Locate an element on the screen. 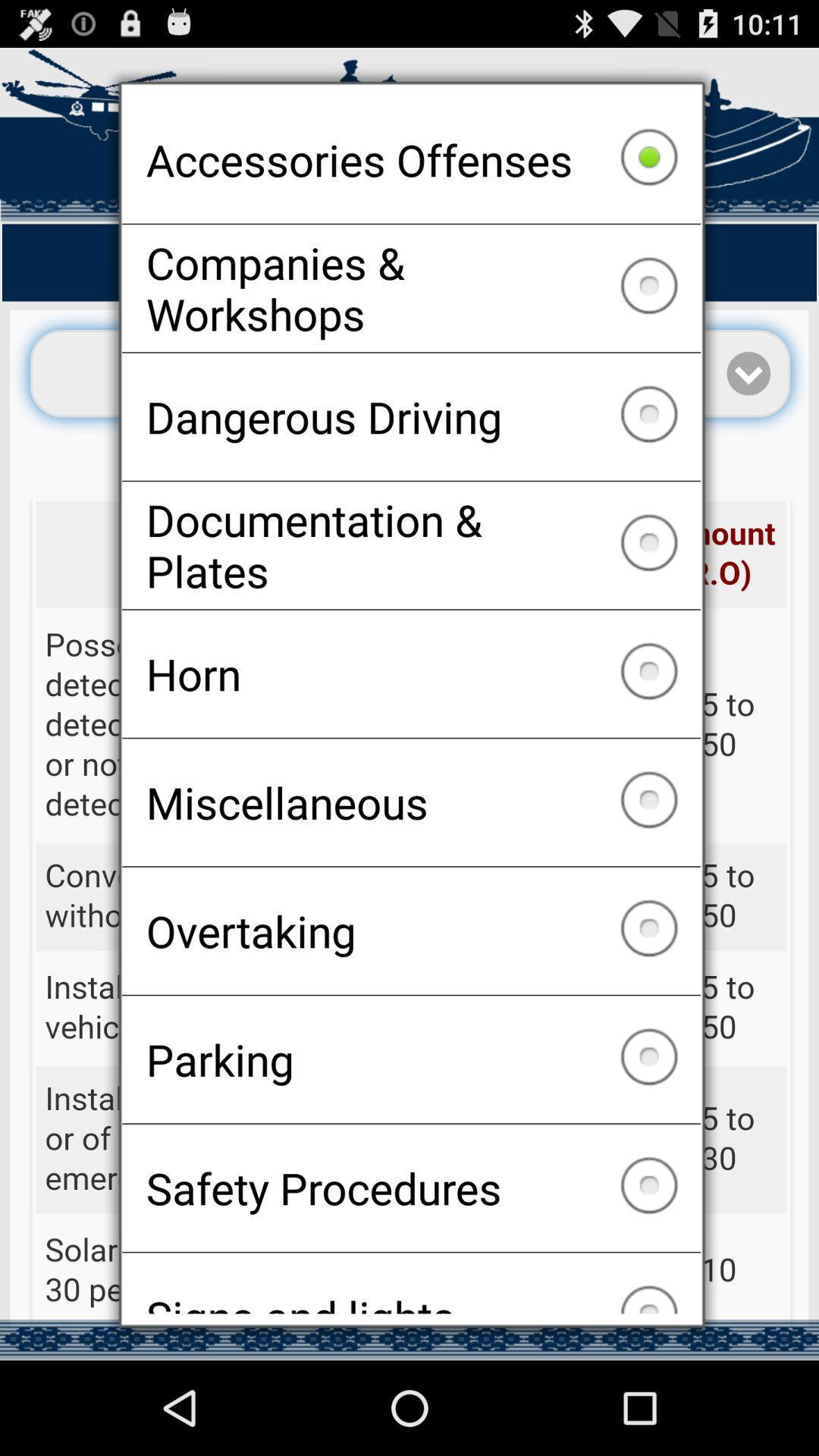 Image resolution: width=819 pixels, height=1456 pixels. the miscellaneous is located at coordinates (411, 802).